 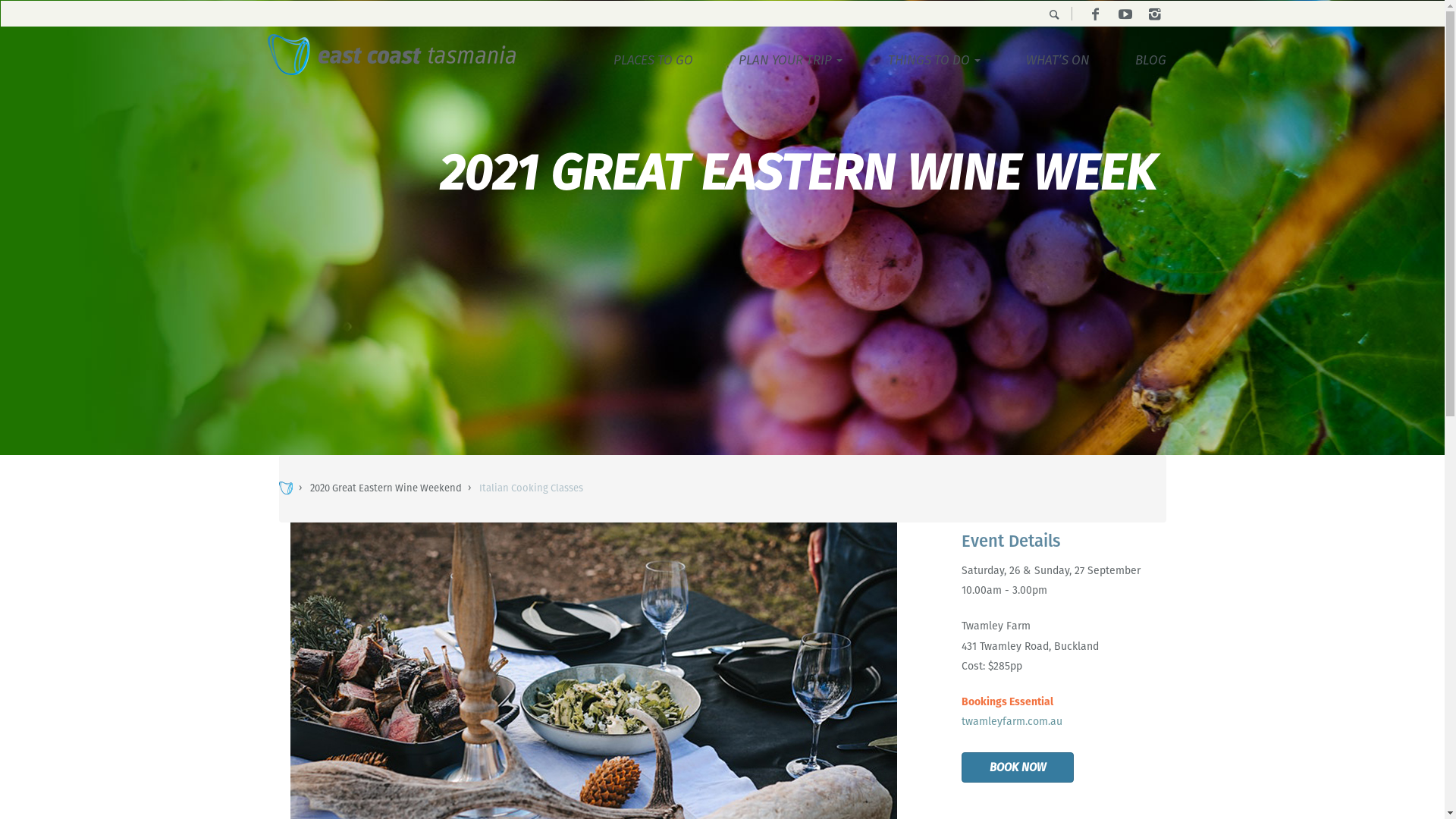 What do you see at coordinates (715, 58) in the screenshot?
I see `'PLAN YOUR TRIP'` at bounding box center [715, 58].